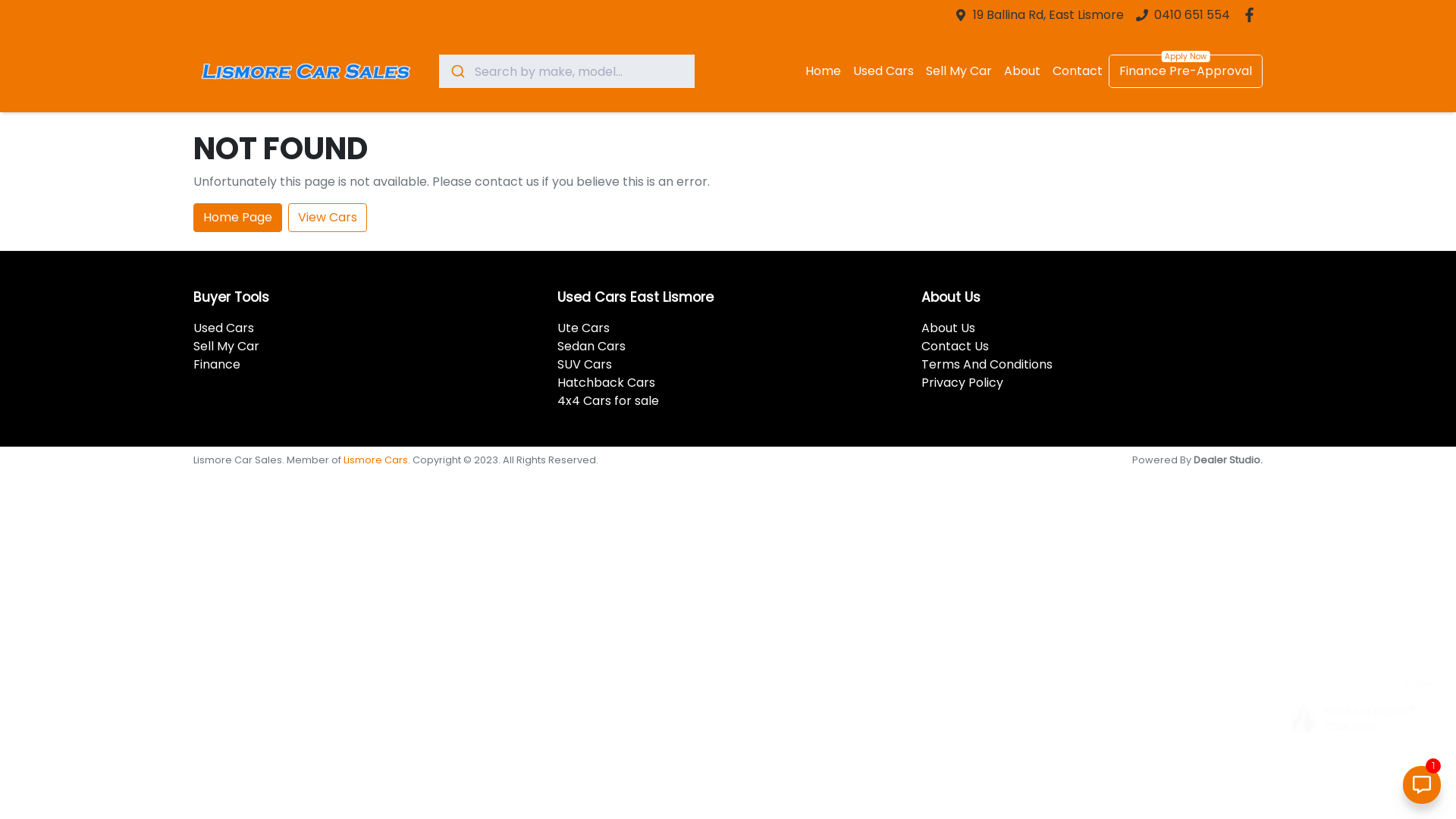 This screenshot has width=1456, height=819. I want to click on 'Sell My Car', so click(958, 71).